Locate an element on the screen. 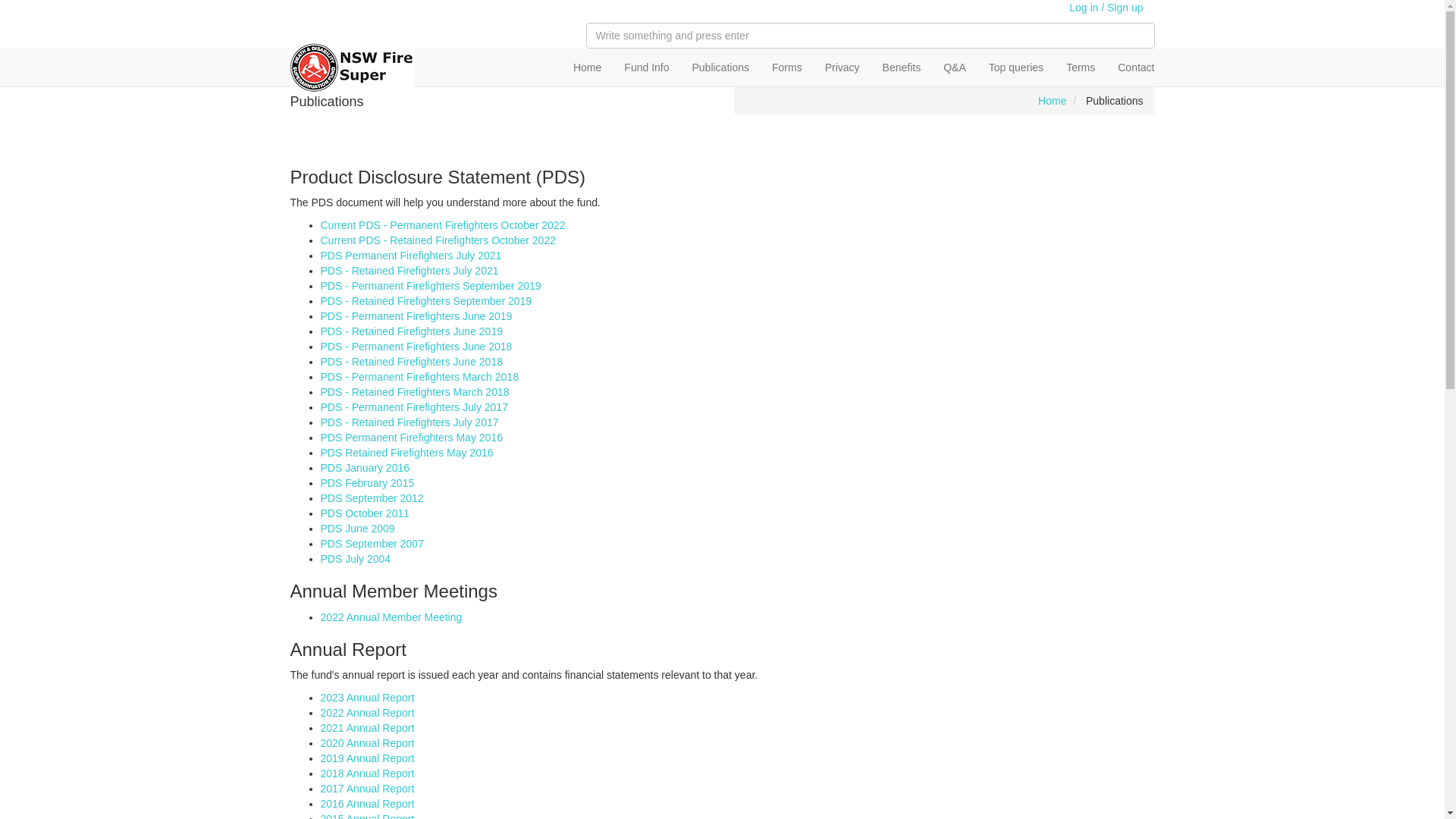 Image resolution: width=1456 pixels, height=819 pixels. 'PDS September 2012' is located at coordinates (371, 497).